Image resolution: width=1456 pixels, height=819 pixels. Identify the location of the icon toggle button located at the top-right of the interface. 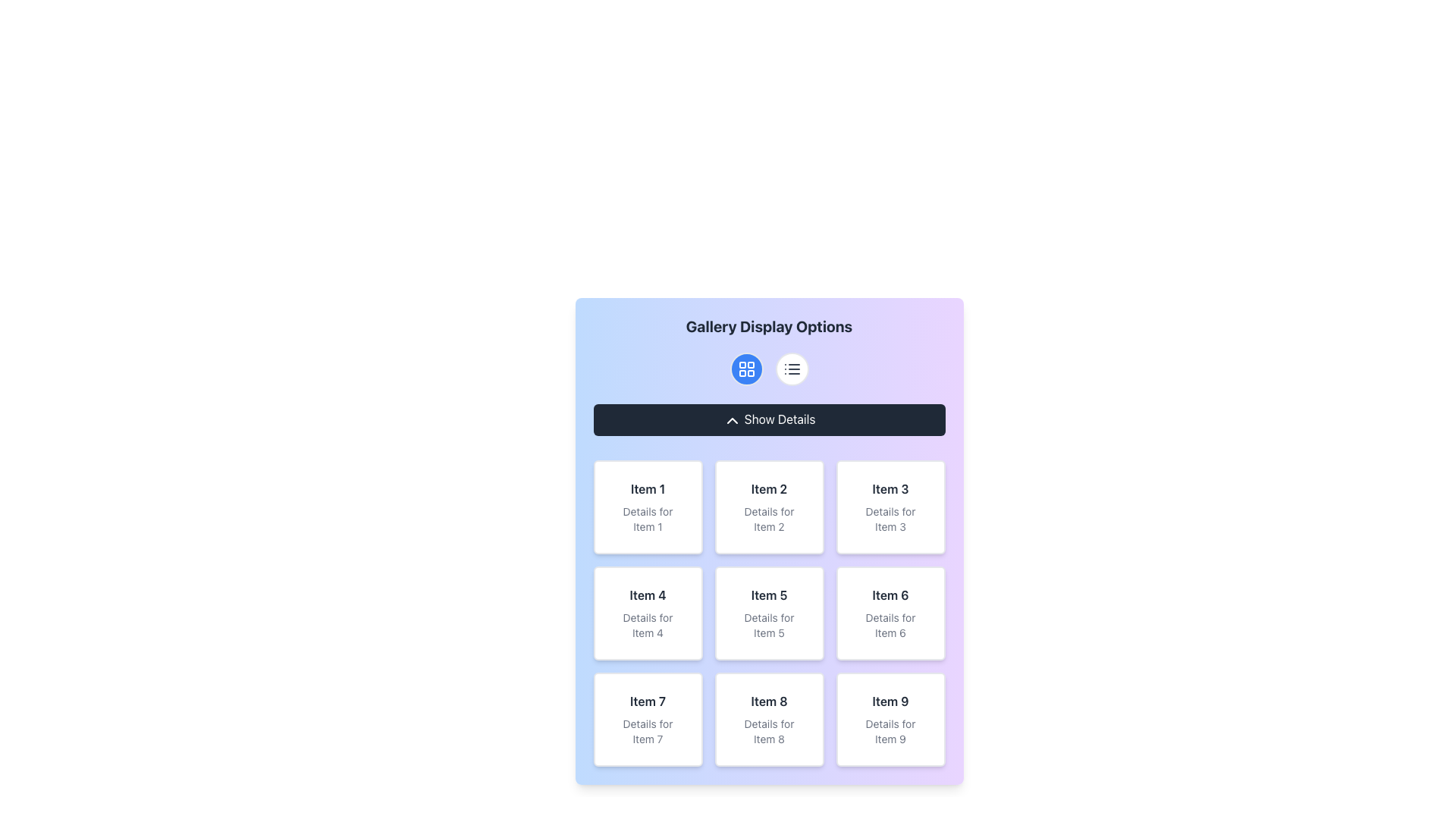
(791, 369).